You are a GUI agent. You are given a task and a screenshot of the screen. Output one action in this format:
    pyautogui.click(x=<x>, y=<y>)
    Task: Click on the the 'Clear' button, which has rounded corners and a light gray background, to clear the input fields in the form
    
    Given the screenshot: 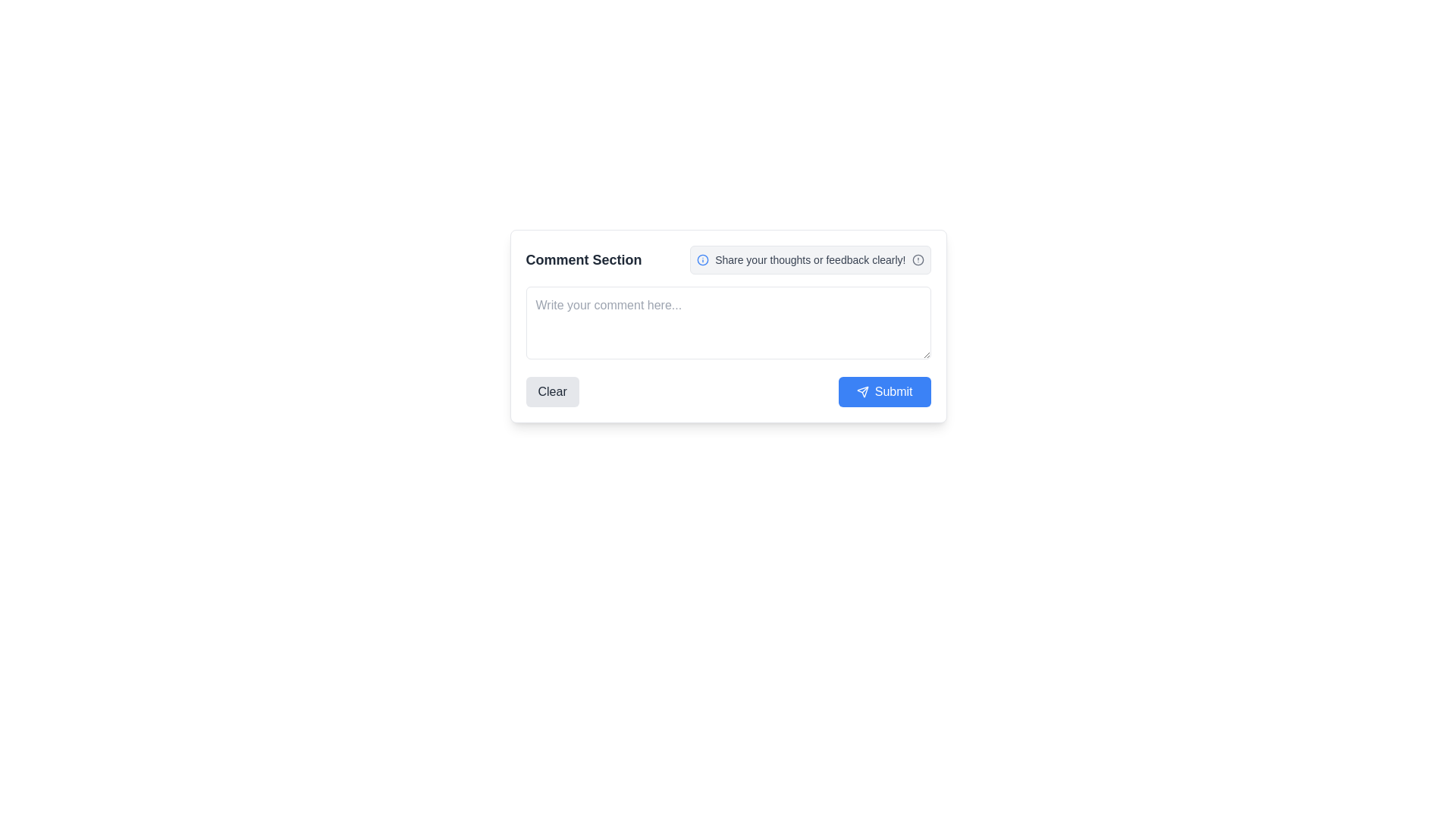 What is the action you would take?
    pyautogui.click(x=551, y=391)
    